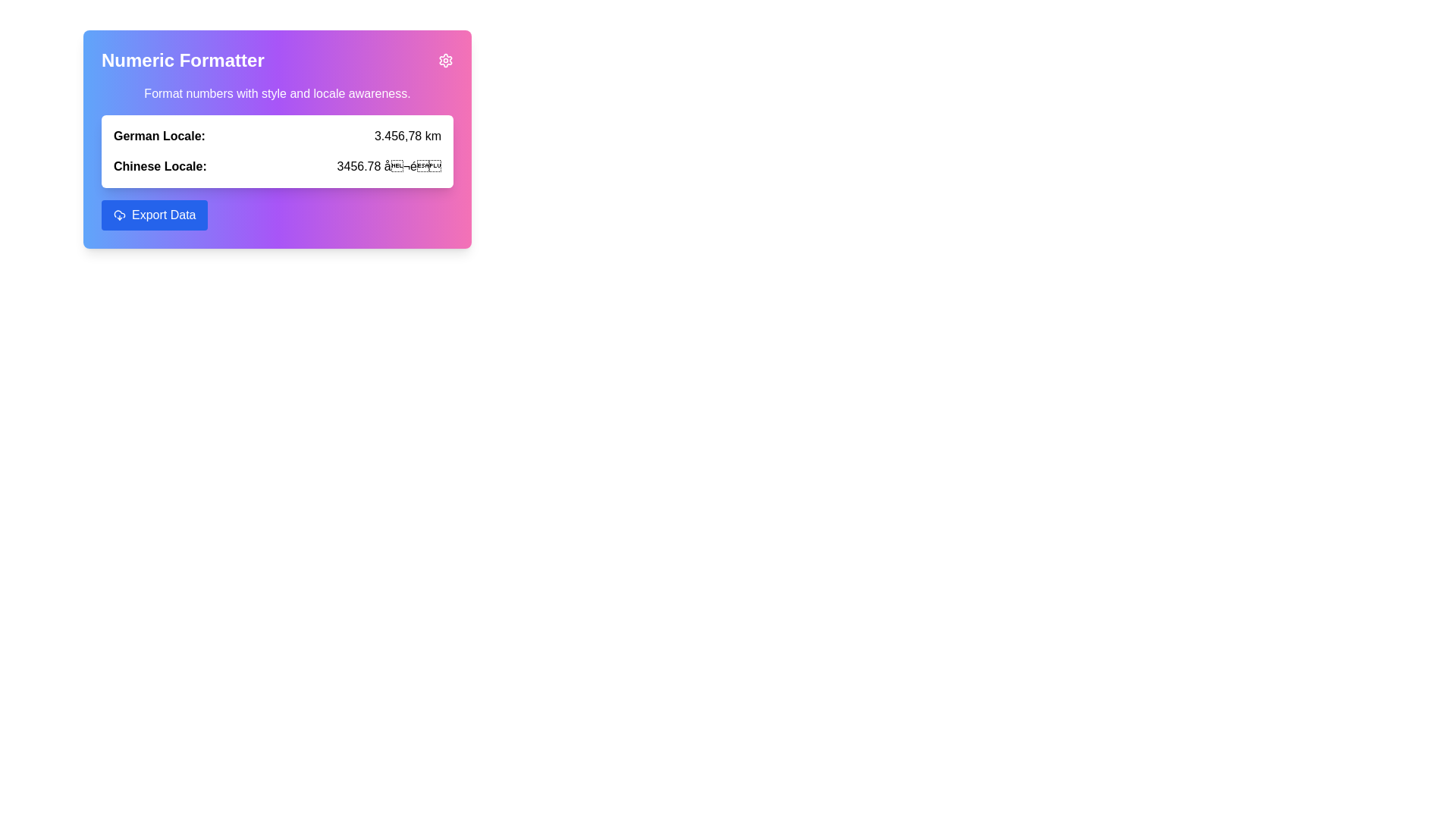  Describe the element at coordinates (407, 136) in the screenshot. I see `text label displaying '3.456,78 km' which is located next to the bold label 'German Locale:' in the top section of a white background on a gradient purple-pink card` at that location.